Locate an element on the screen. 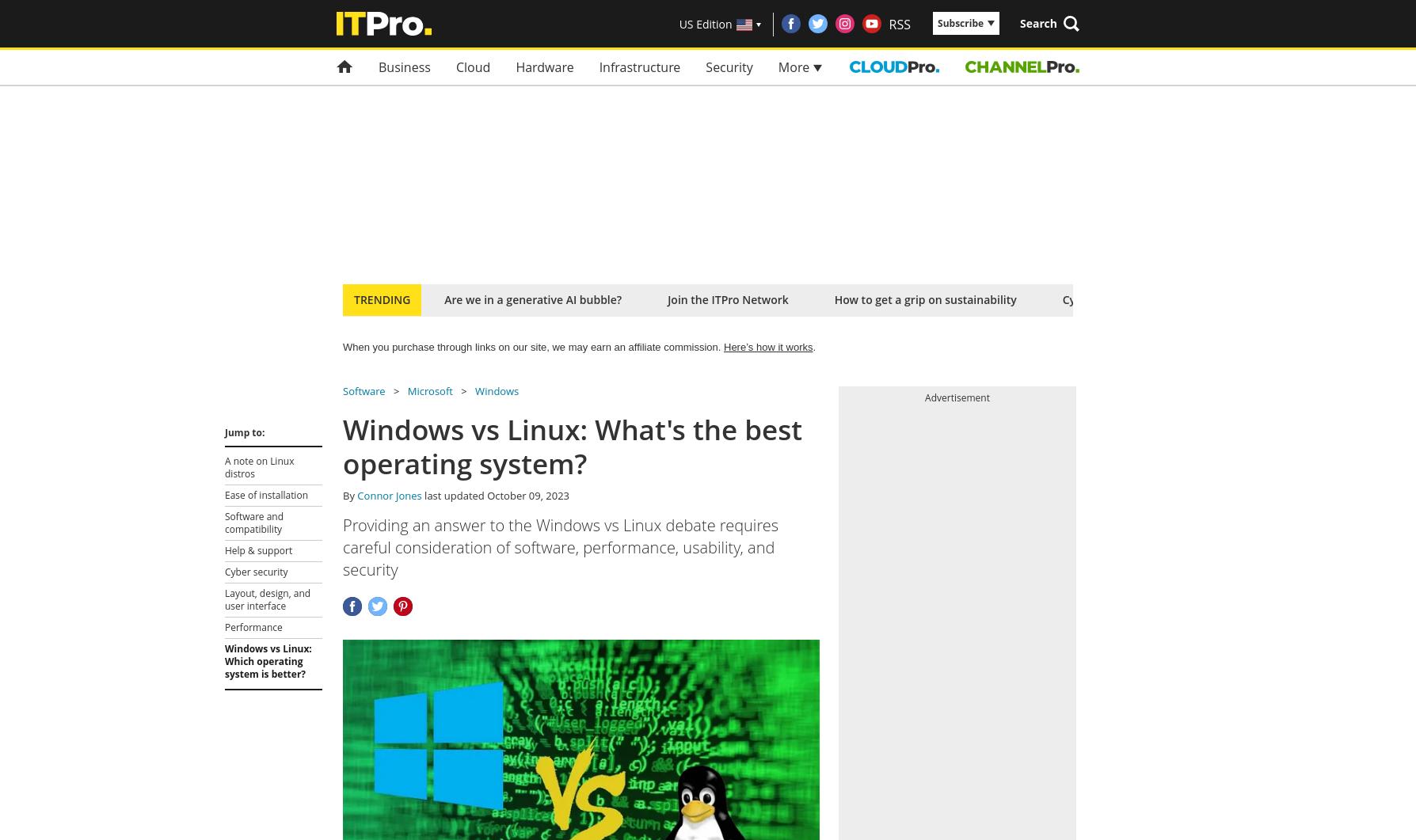  'When you purchase through links on our site, we may earn an affiliate commission.' is located at coordinates (532, 347).